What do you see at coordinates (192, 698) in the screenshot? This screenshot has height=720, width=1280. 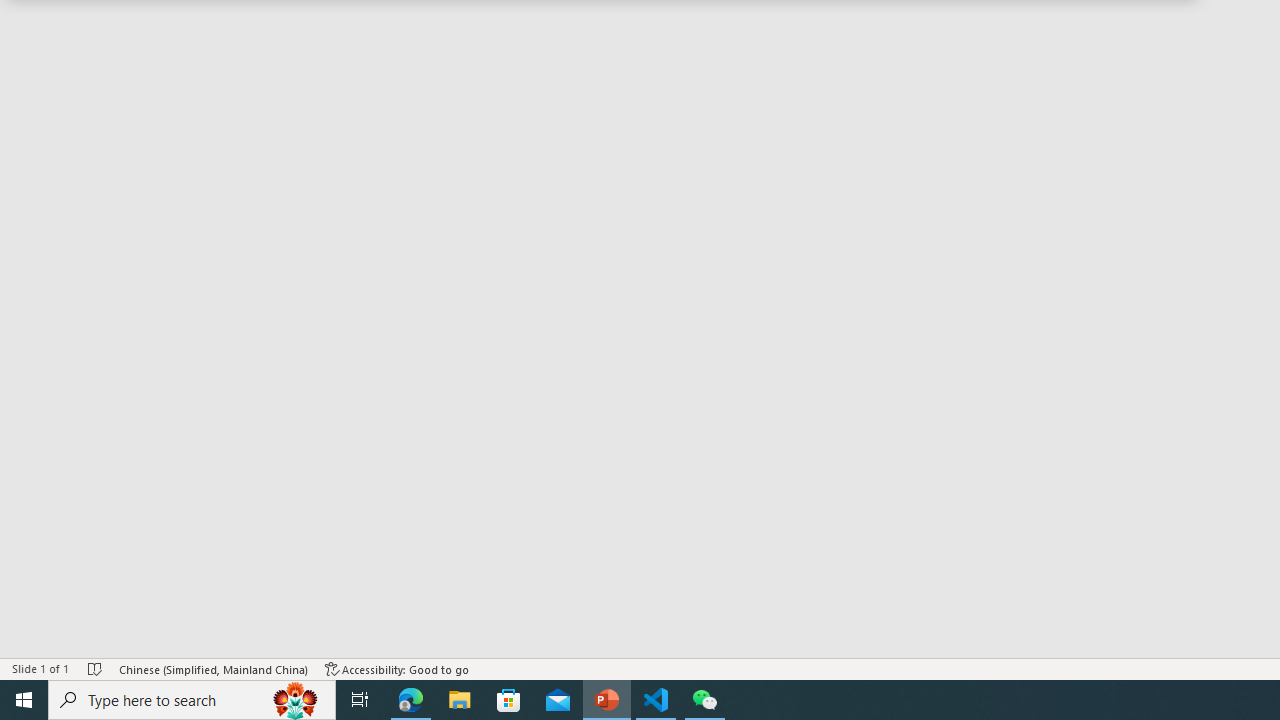 I see `'Type here to search'` at bounding box center [192, 698].